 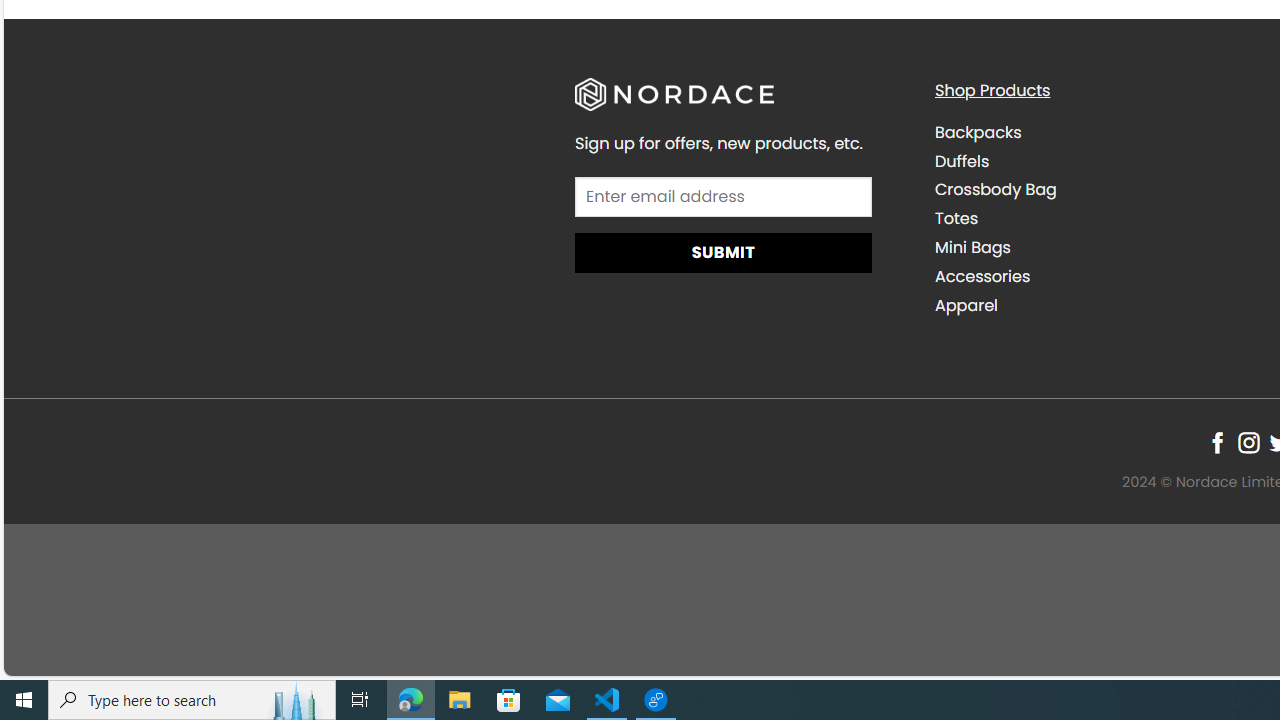 I want to click on 'Submit', so click(x=722, y=252).